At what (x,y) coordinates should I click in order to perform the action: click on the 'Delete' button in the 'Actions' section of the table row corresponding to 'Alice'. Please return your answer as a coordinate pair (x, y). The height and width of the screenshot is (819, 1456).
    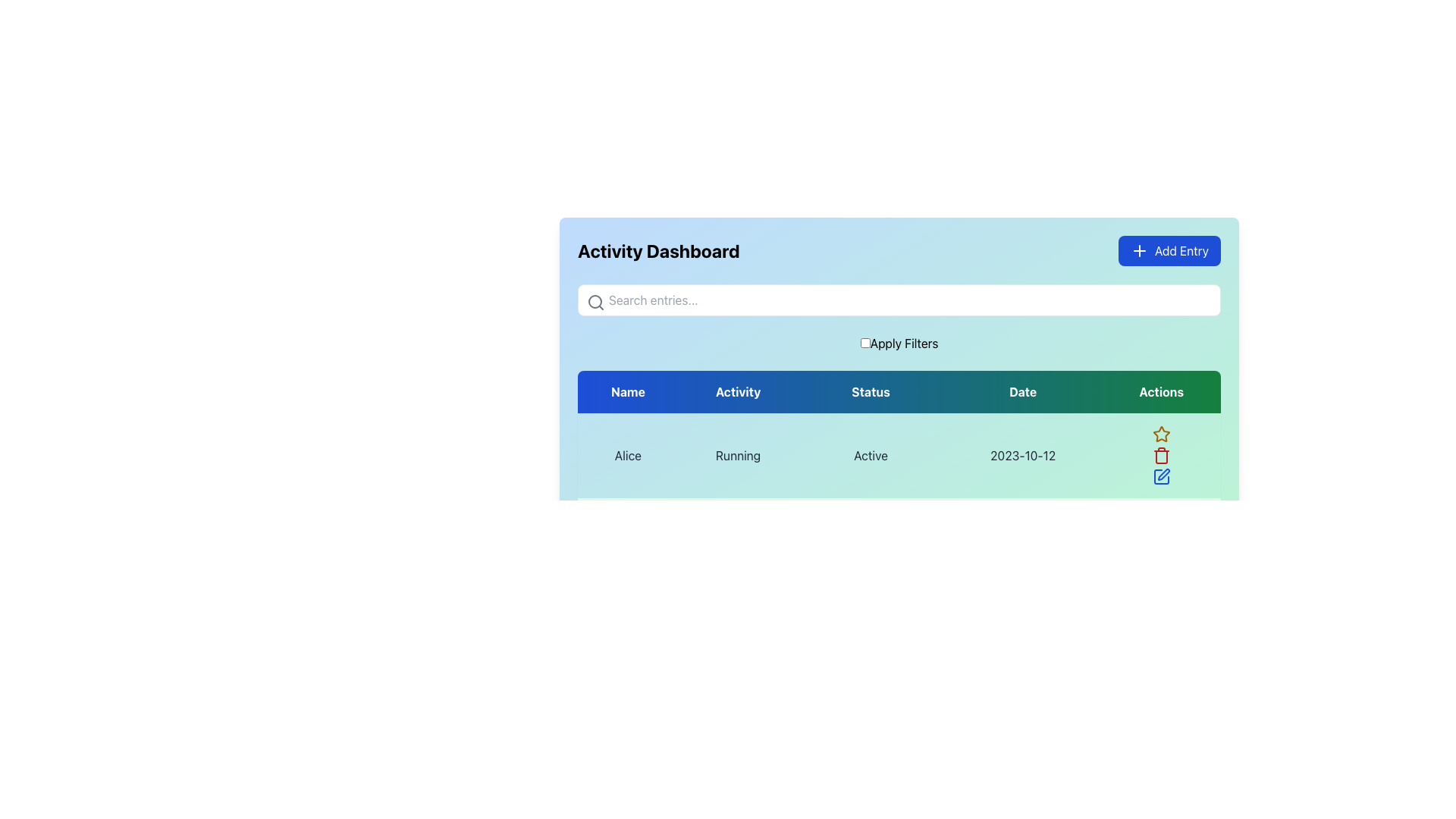
    Looking at the image, I should click on (1160, 455).